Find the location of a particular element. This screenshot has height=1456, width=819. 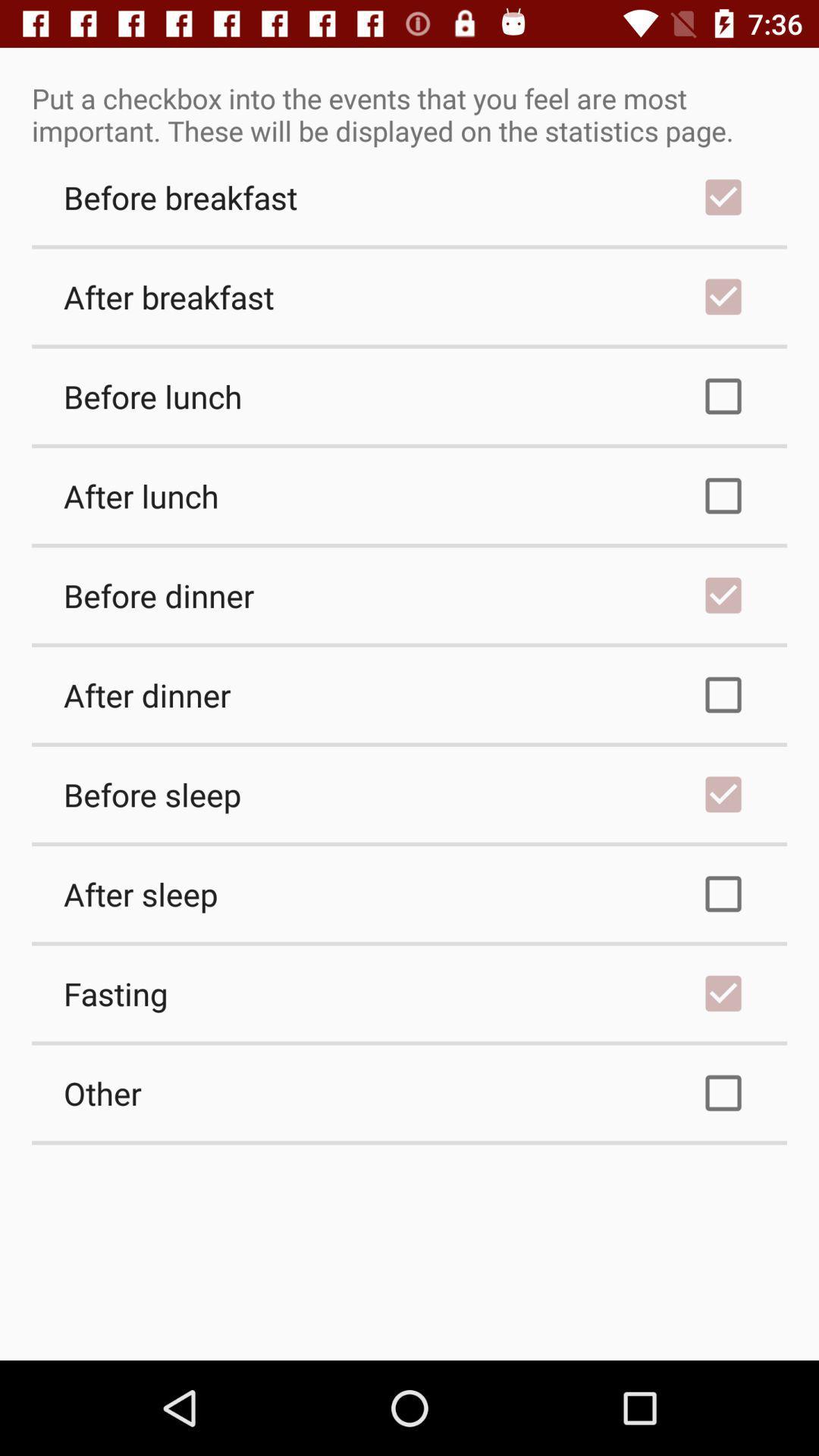

the after lunch item is located at coordinates (409, 495).